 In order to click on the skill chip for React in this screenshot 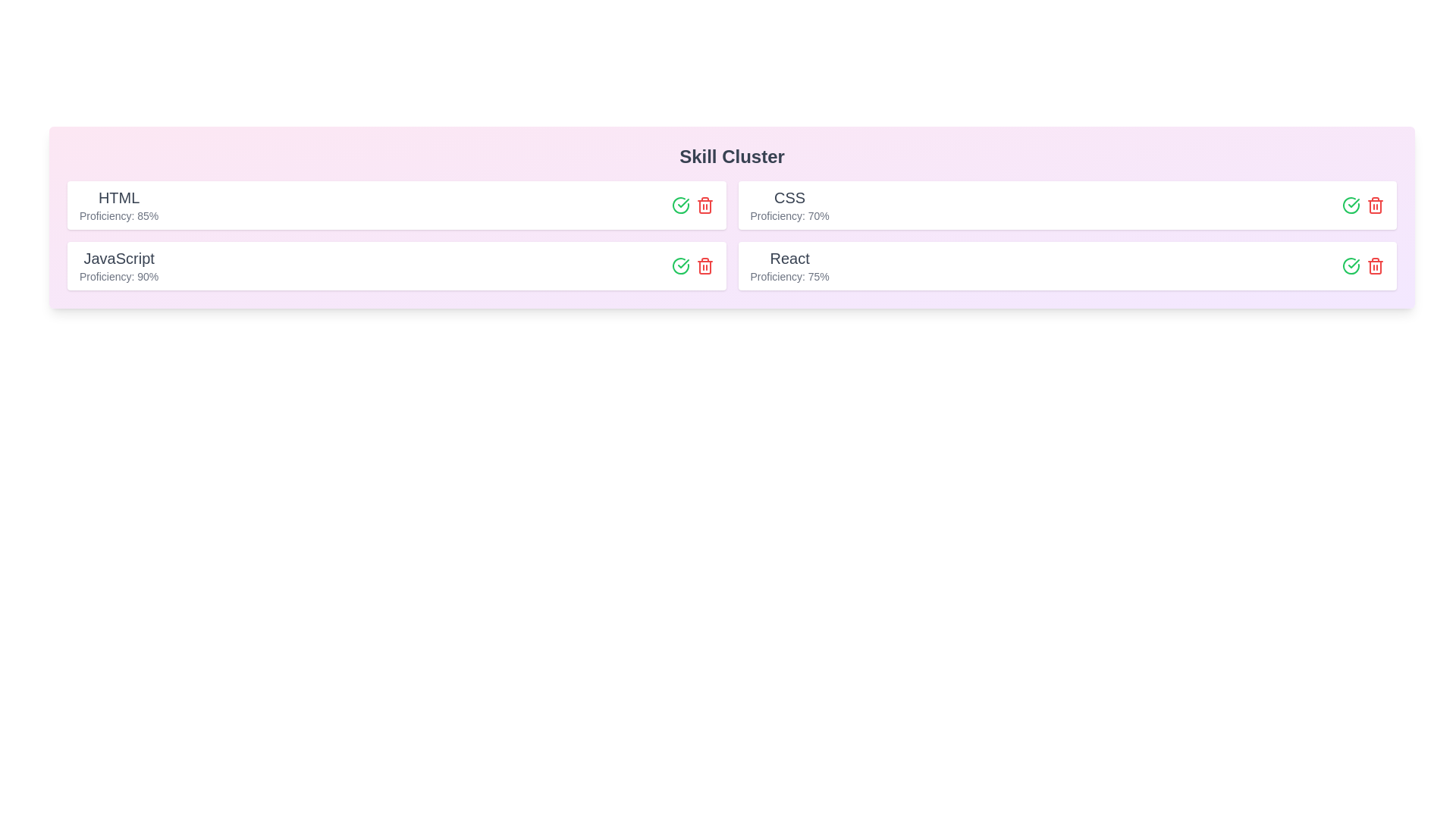, I will do `click(1066, 265)`.